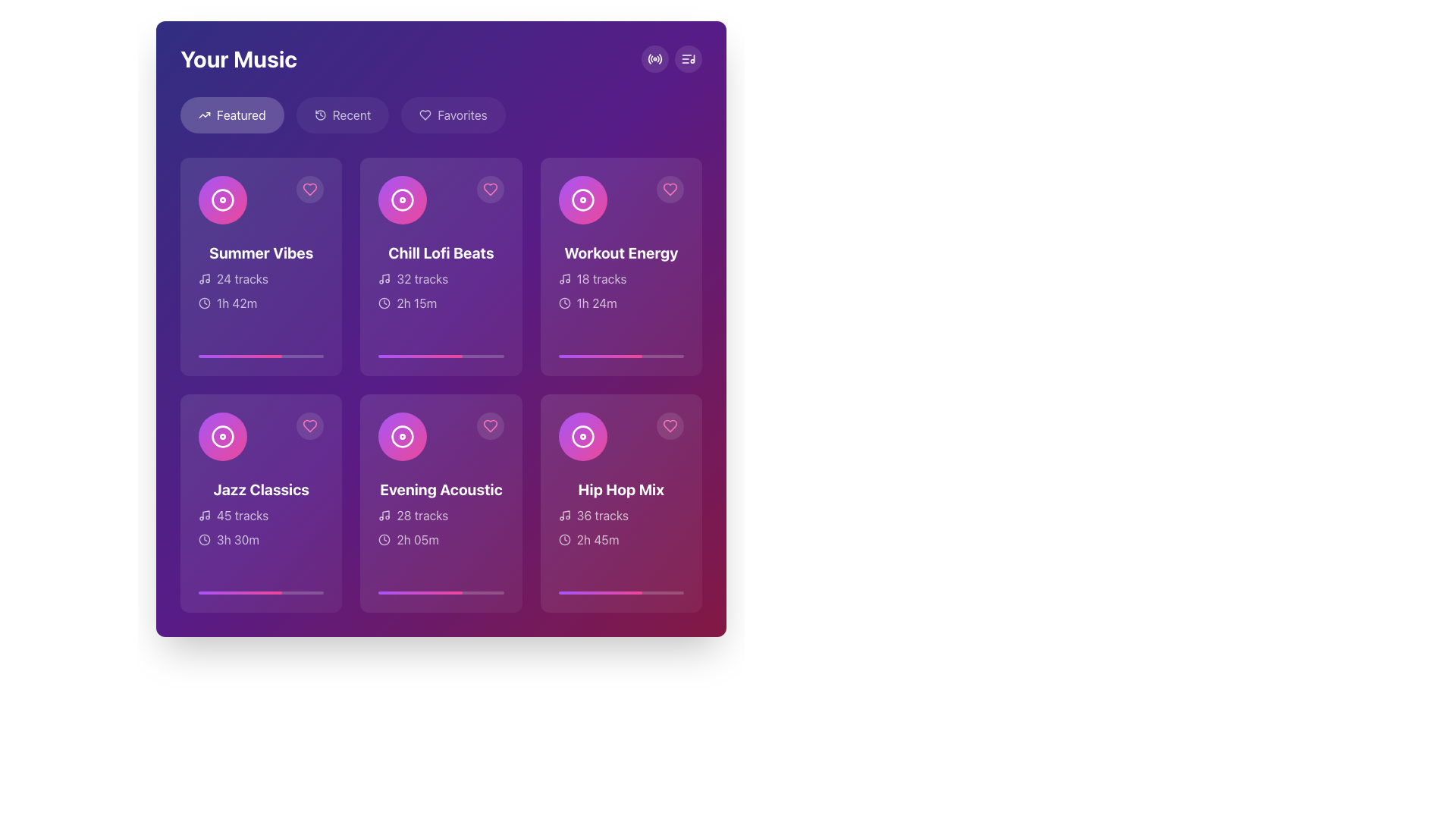 Image resolution: width=1456 pixels, height=819 pixels. What do you see at coordinates (582, 199) in the screenshot?
I see `the circular gradient icon in the top-right section of the 'Workout Energy' card to interact with the audio or disc-related function` at bounding box center [582, 199].